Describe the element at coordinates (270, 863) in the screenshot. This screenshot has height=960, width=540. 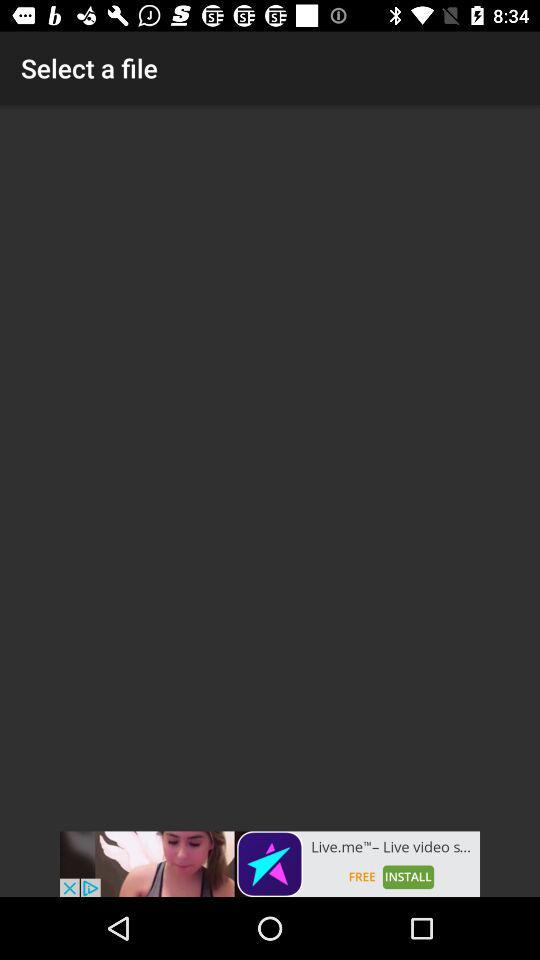
I see `advertisement 's website` at that location.